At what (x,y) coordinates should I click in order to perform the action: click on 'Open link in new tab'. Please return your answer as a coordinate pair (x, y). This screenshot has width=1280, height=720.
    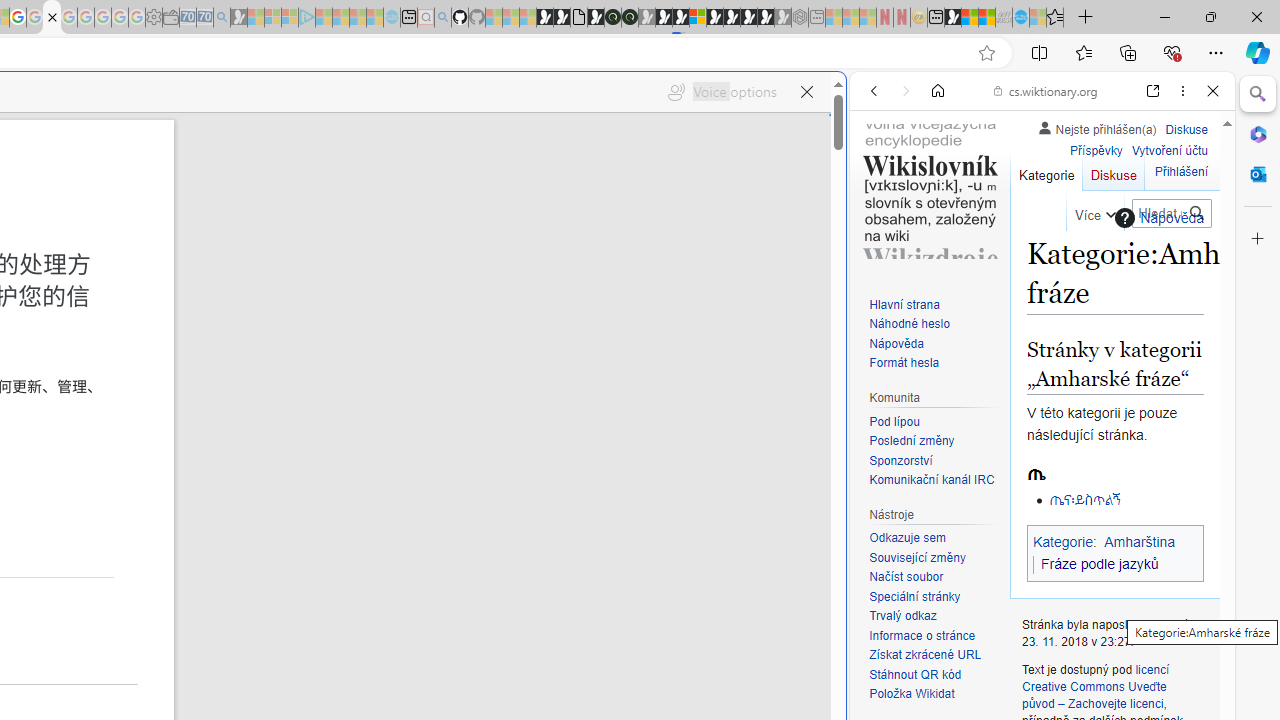
    Looking at the image, I should click on (1153, 91).